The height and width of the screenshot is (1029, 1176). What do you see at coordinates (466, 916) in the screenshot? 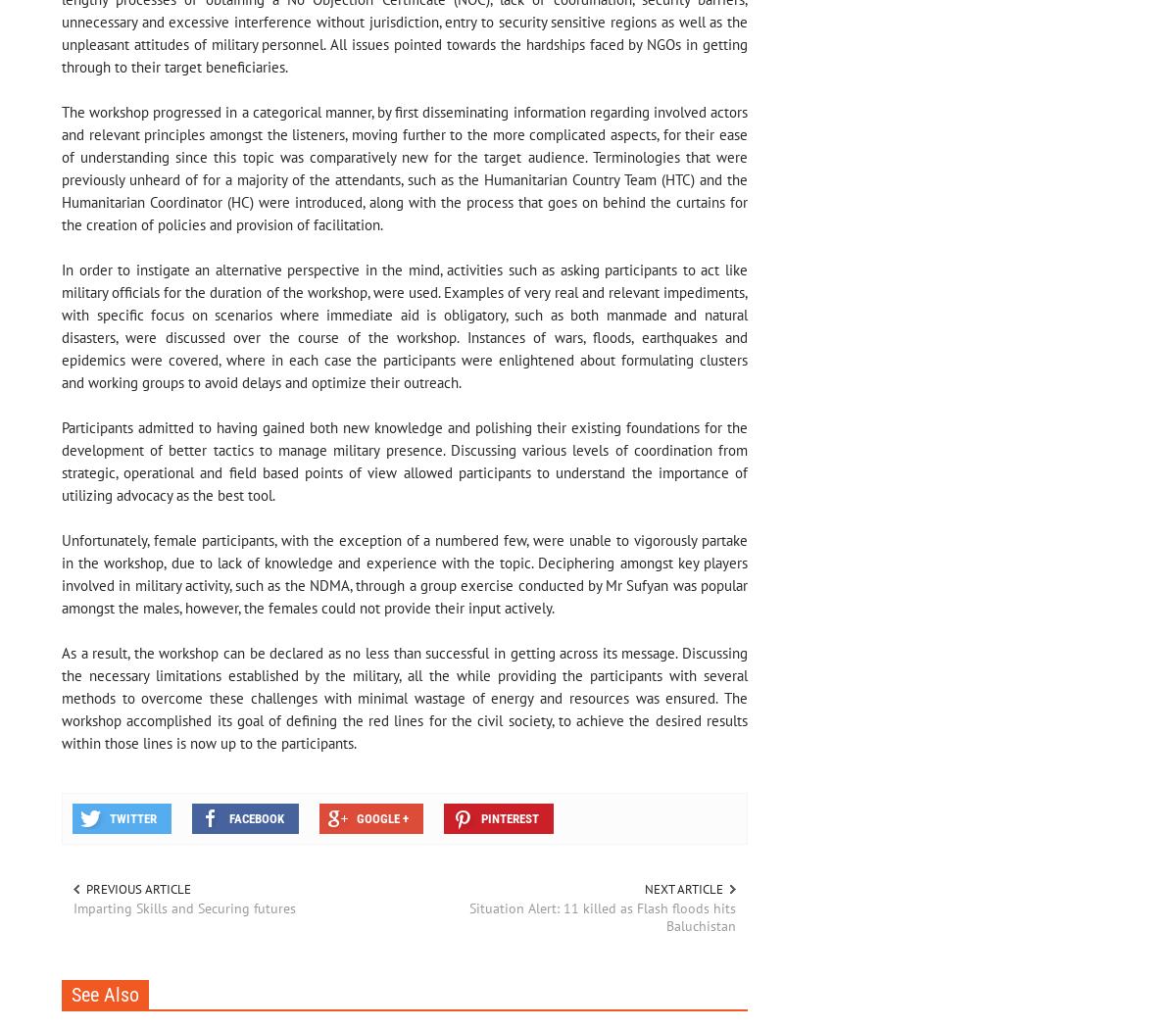
I see `'Situation Alert: 11 killed as Flash floods hits Baluchistan'` at bounding box center [466, 916].